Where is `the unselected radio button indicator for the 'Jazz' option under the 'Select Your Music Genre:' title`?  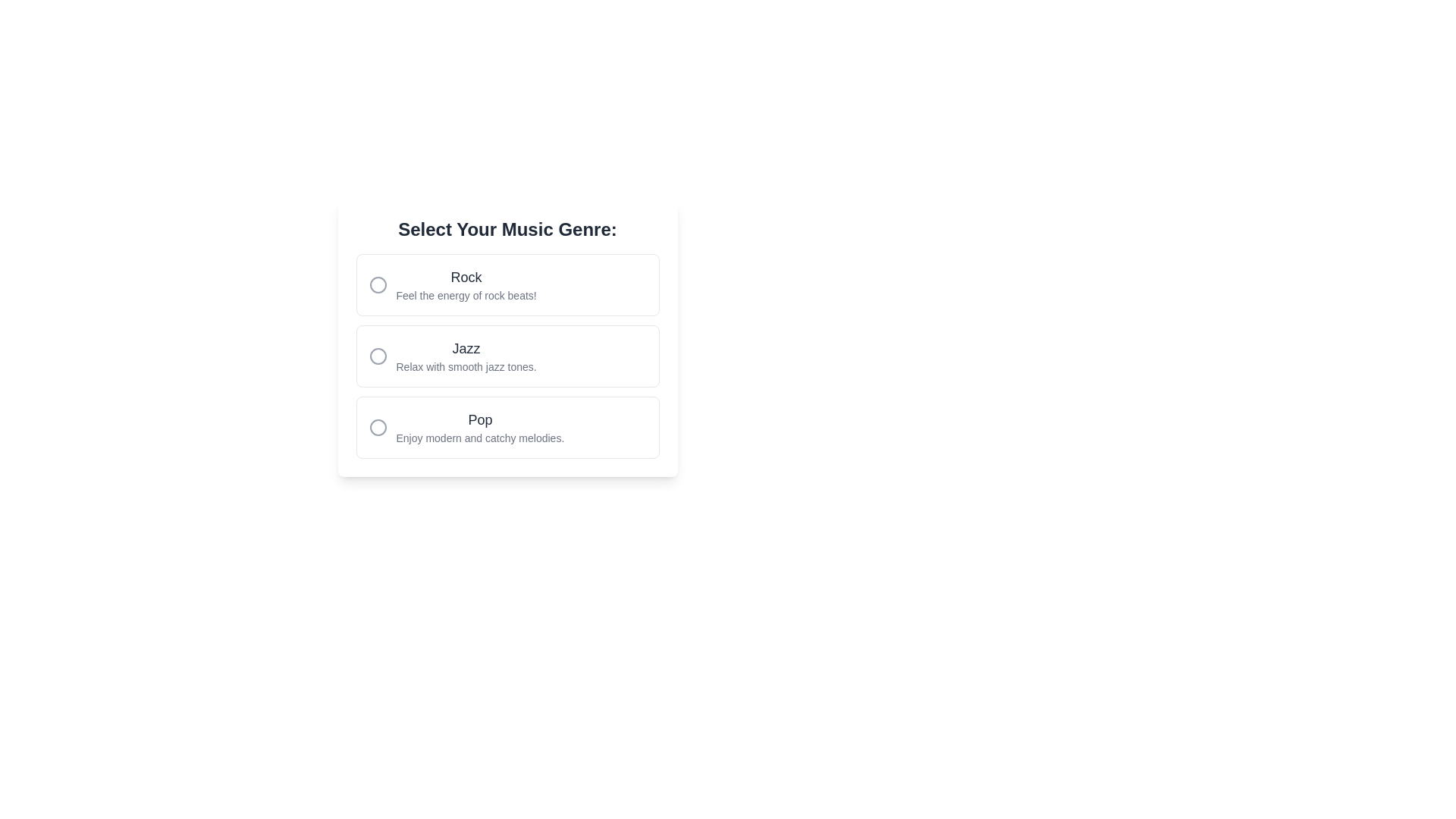
the unselected radio button indicator for the 'Jazz' option under the 'Select Your Music Genre:' title is located at coordinates (378, 356).